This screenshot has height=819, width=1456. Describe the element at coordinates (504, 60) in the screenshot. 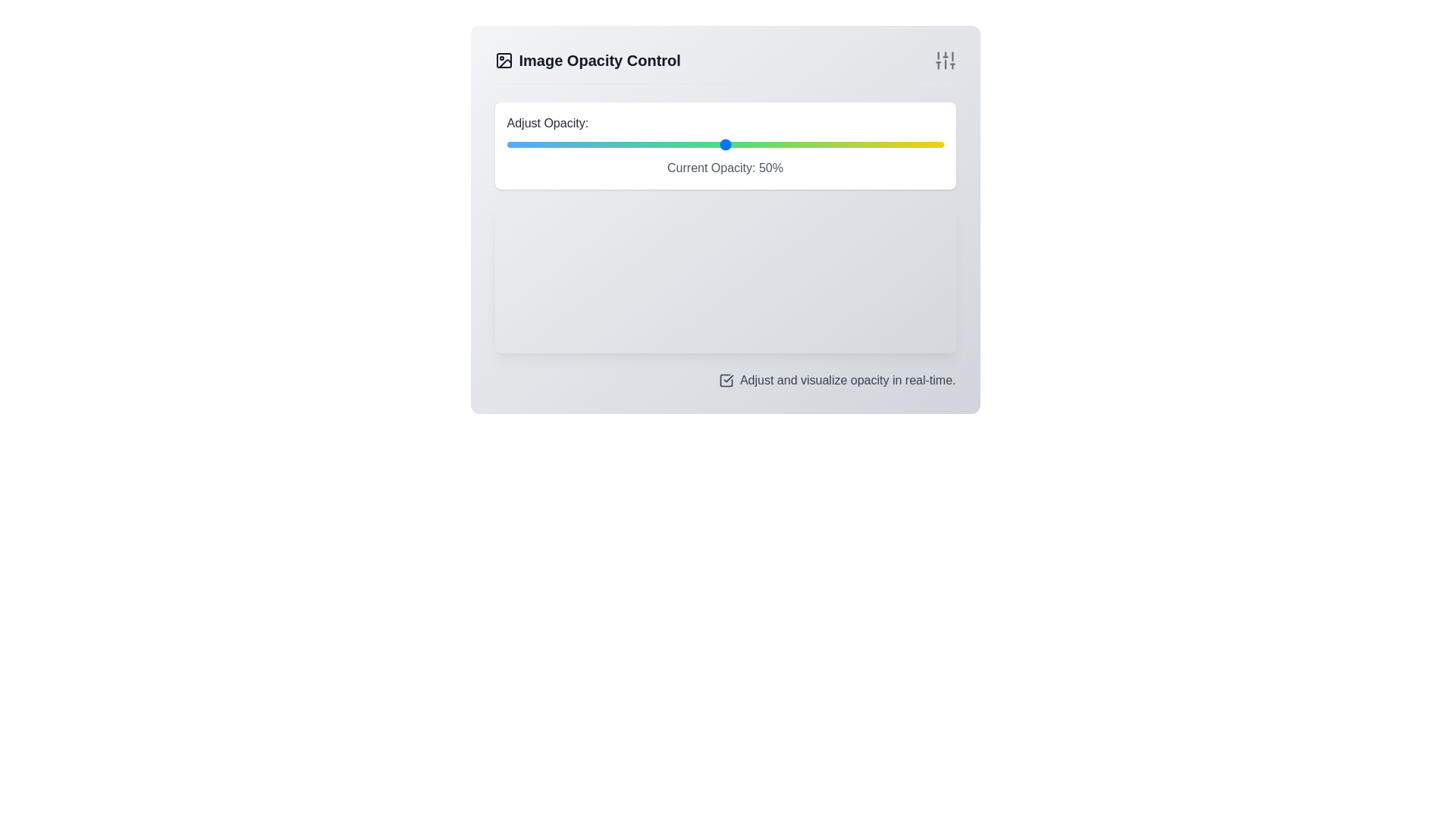

I see `the SVG icon that resembles a bordered square containing a circle in the upper left and a stylized diagonal line, located to the left of the 'Image Opacity Control' text in the header section` at that location.